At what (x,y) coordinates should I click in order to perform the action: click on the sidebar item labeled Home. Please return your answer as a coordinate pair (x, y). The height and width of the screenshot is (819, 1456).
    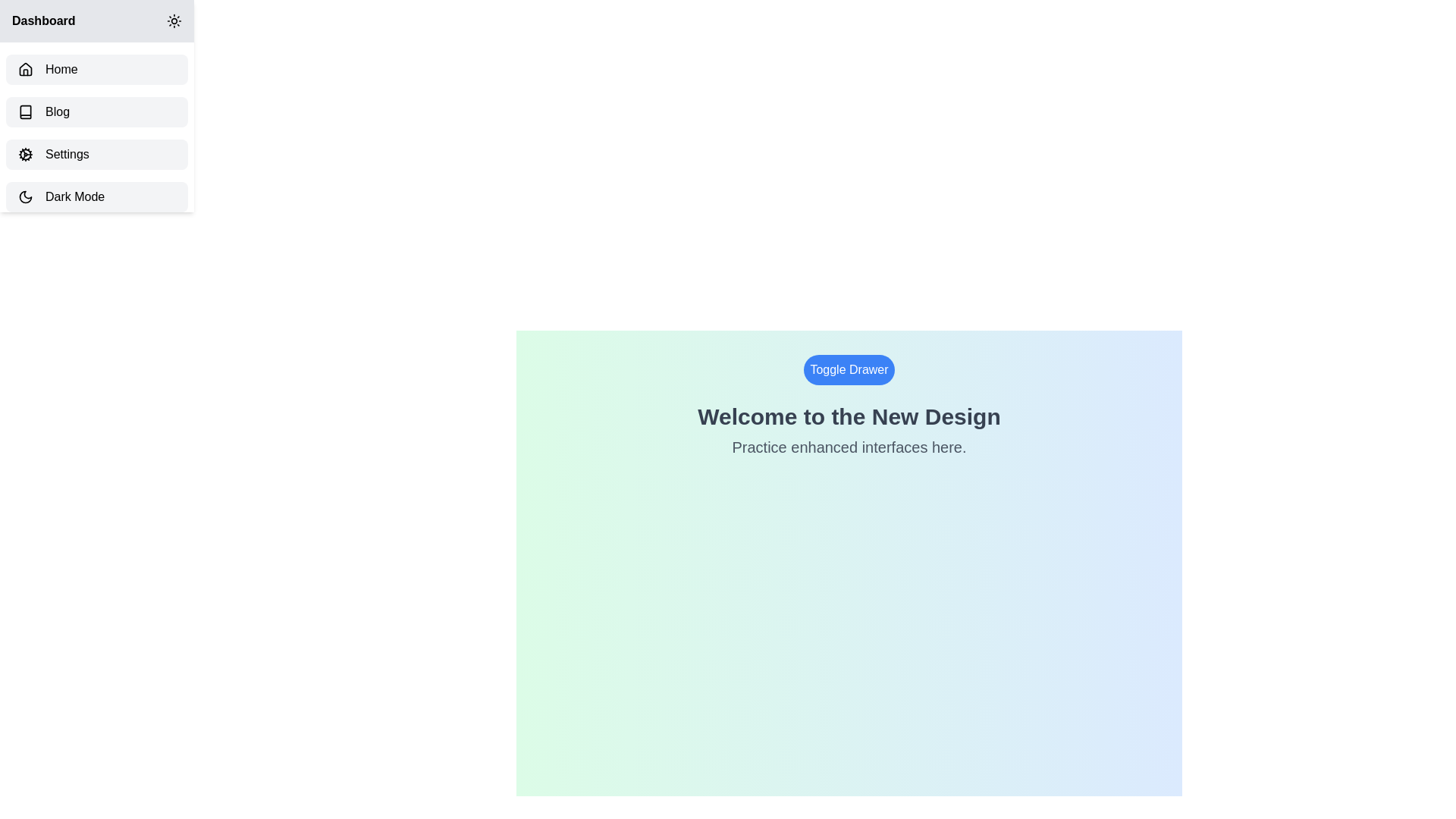
    Looking at the image, I should click on (96, 70).